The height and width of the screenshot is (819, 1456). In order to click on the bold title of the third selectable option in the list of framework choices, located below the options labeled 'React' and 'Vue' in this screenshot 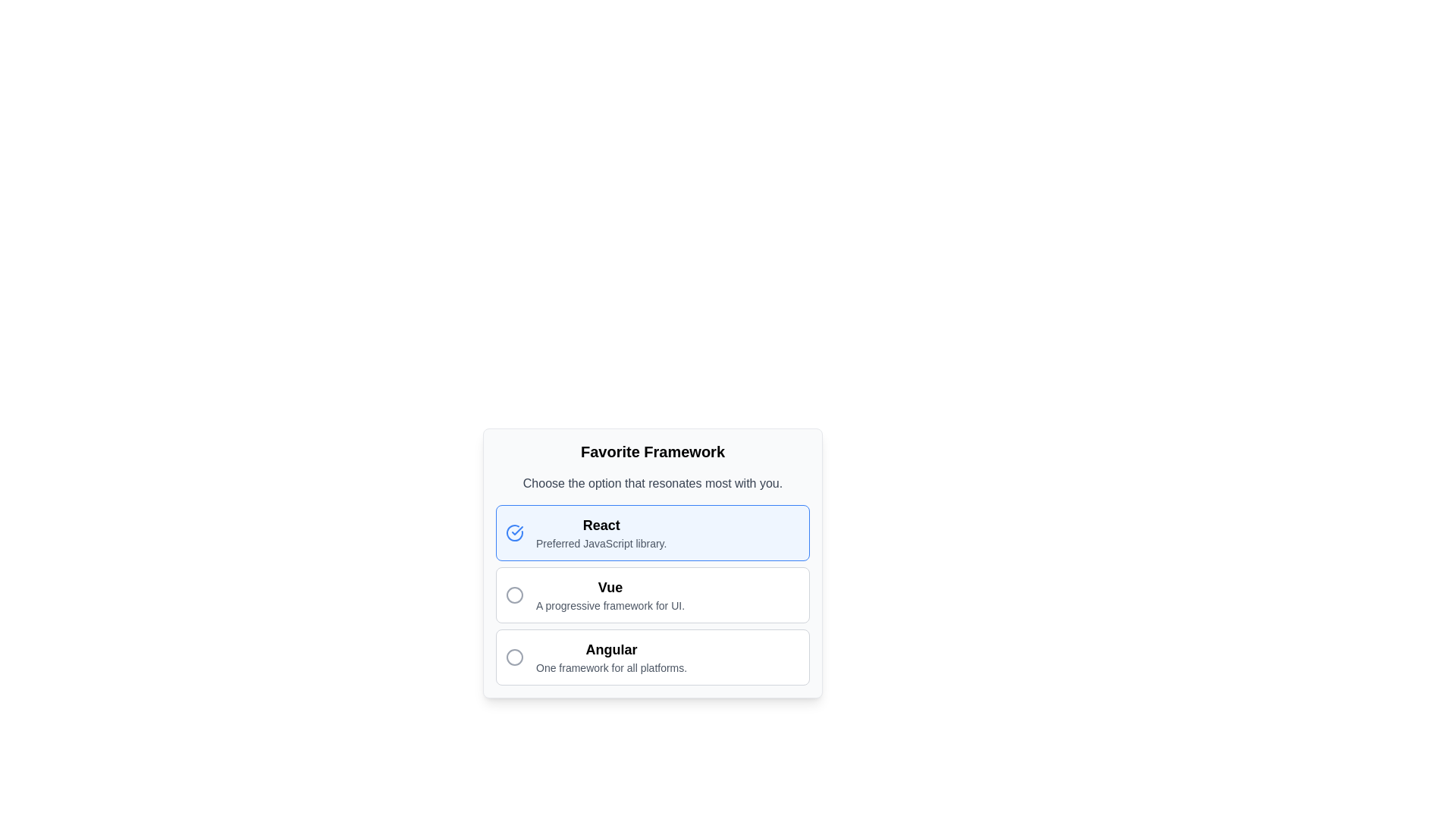, I will do `click(611, 648)`.